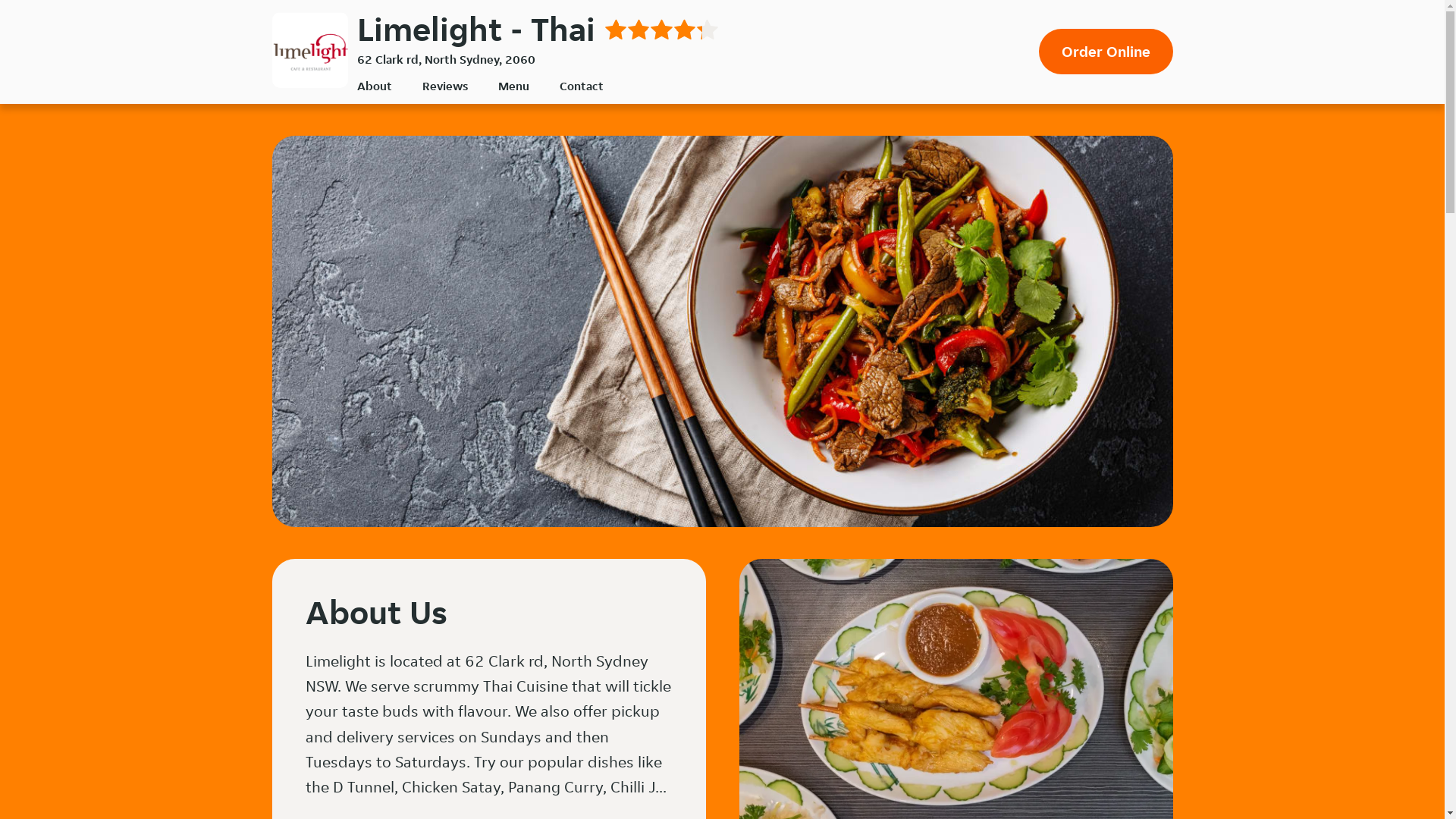  Describe the element at coordinates (443, 86) in the screenshot. I see `'Reviews'` at that location.